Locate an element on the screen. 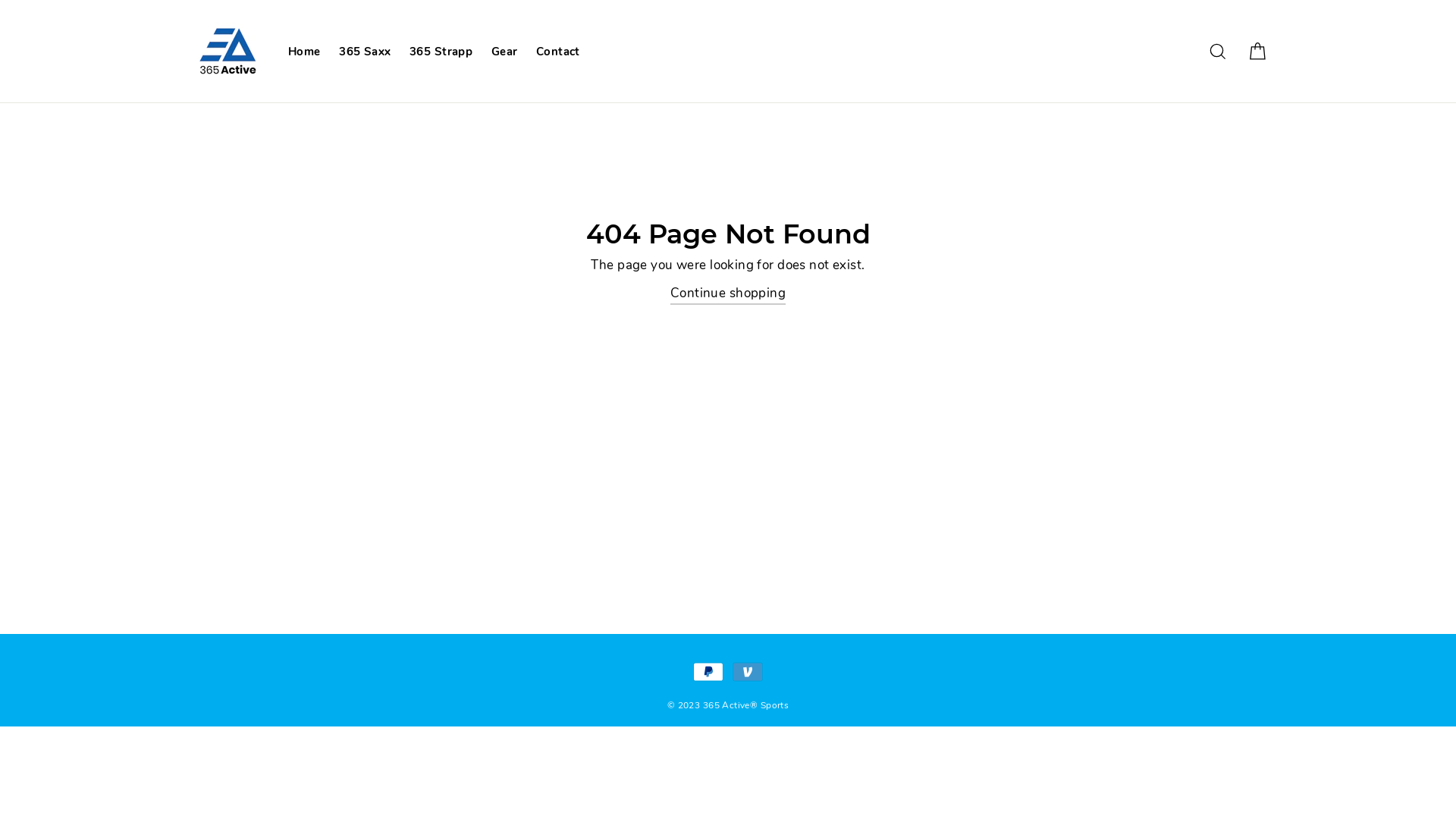 This screenshot has width=1456, height=819. 'Contact' is located at coordinates (557, 50).